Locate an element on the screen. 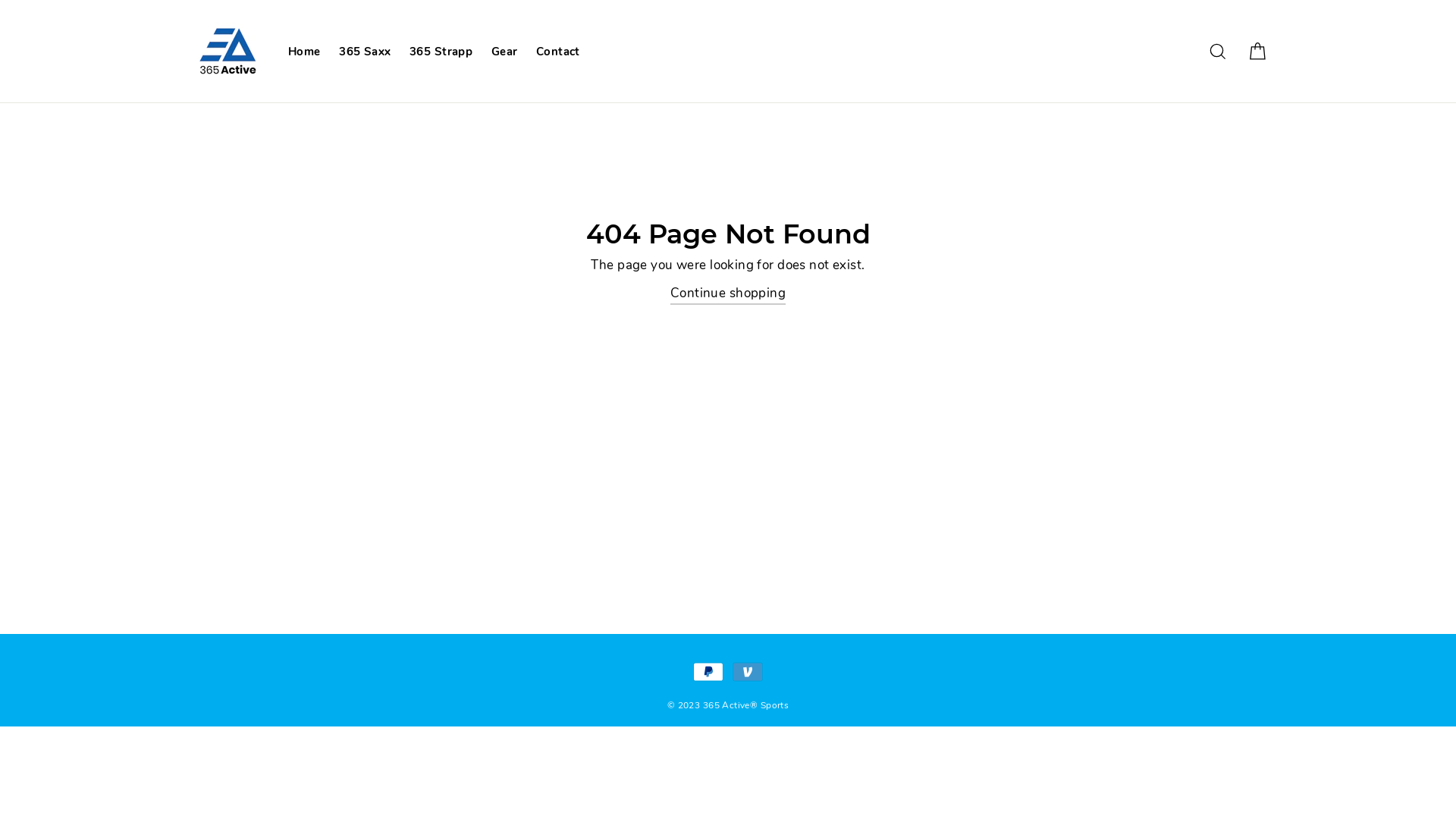 This screenshot has width=1456, height=819. 'Contact' is located at coordinates (557, 50).